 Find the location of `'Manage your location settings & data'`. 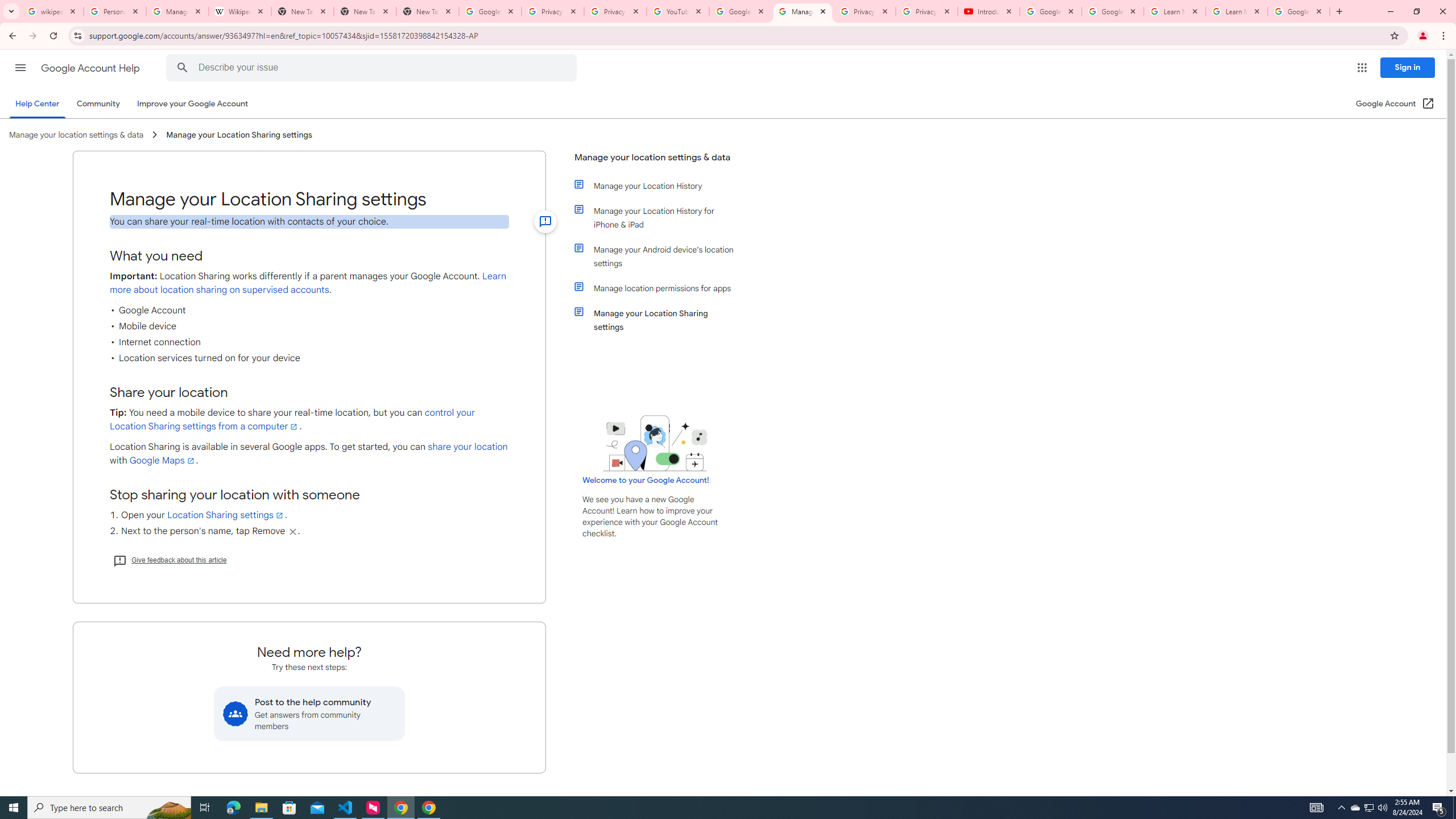

'Manage your location settings & data' is located at coordinates (656, 162).